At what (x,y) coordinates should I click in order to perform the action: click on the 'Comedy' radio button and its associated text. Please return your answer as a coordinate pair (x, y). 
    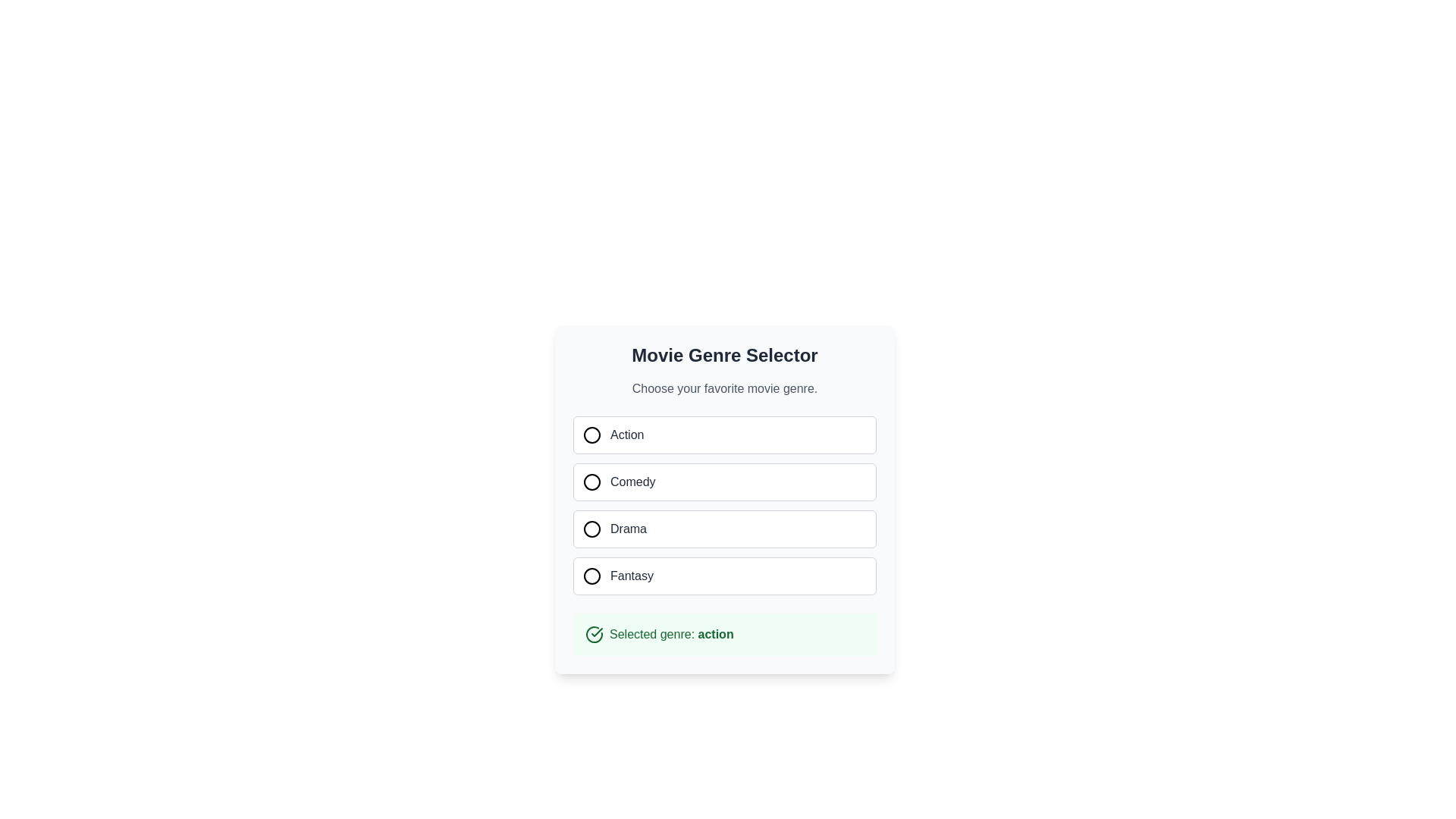
    Looking at the image, I should click on (619, 482).